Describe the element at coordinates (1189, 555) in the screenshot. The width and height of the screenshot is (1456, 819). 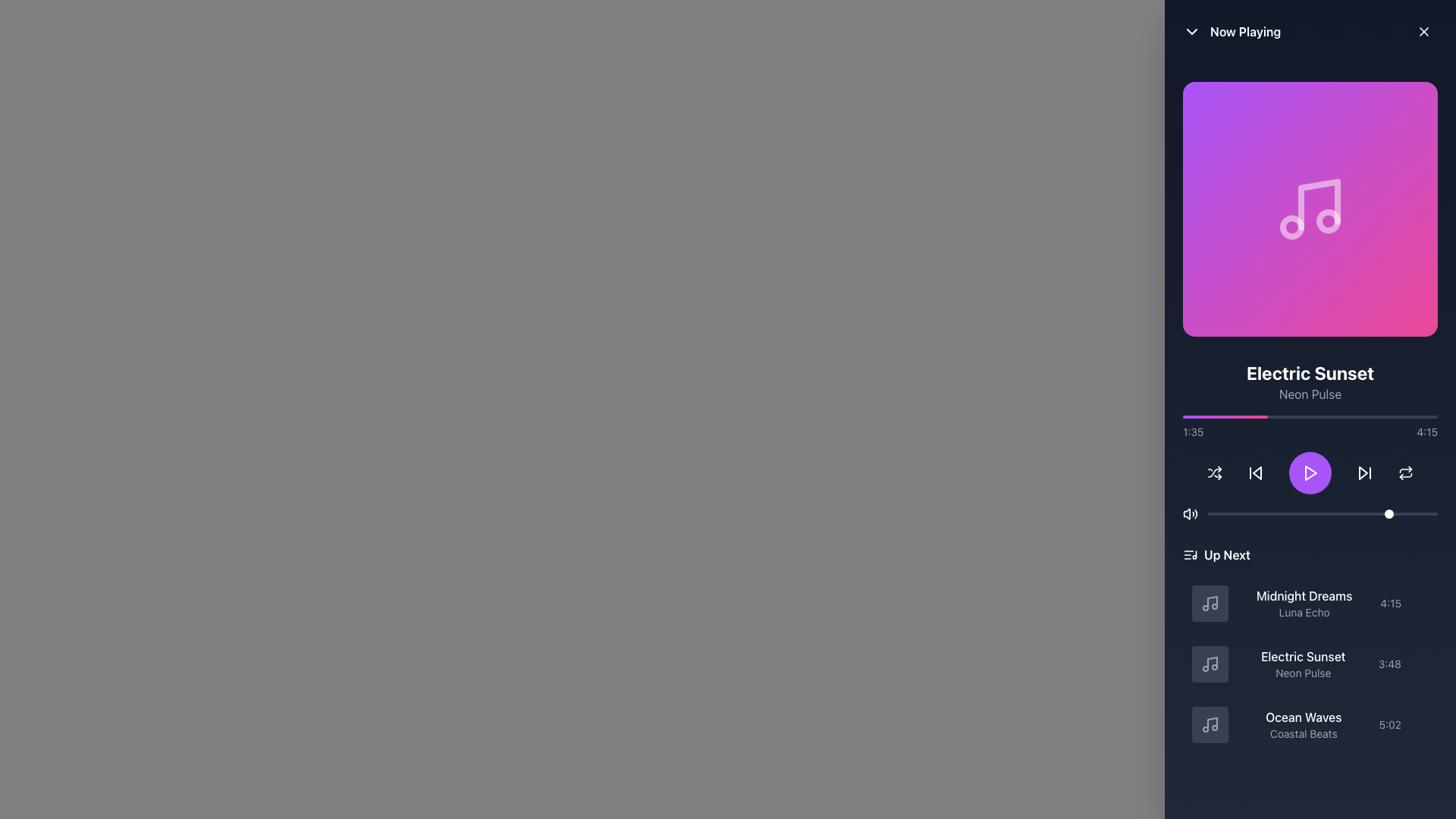
I see `the small music list icon located at the leftmost side of the 'Up Next' section, directly above the listed items` at that location.